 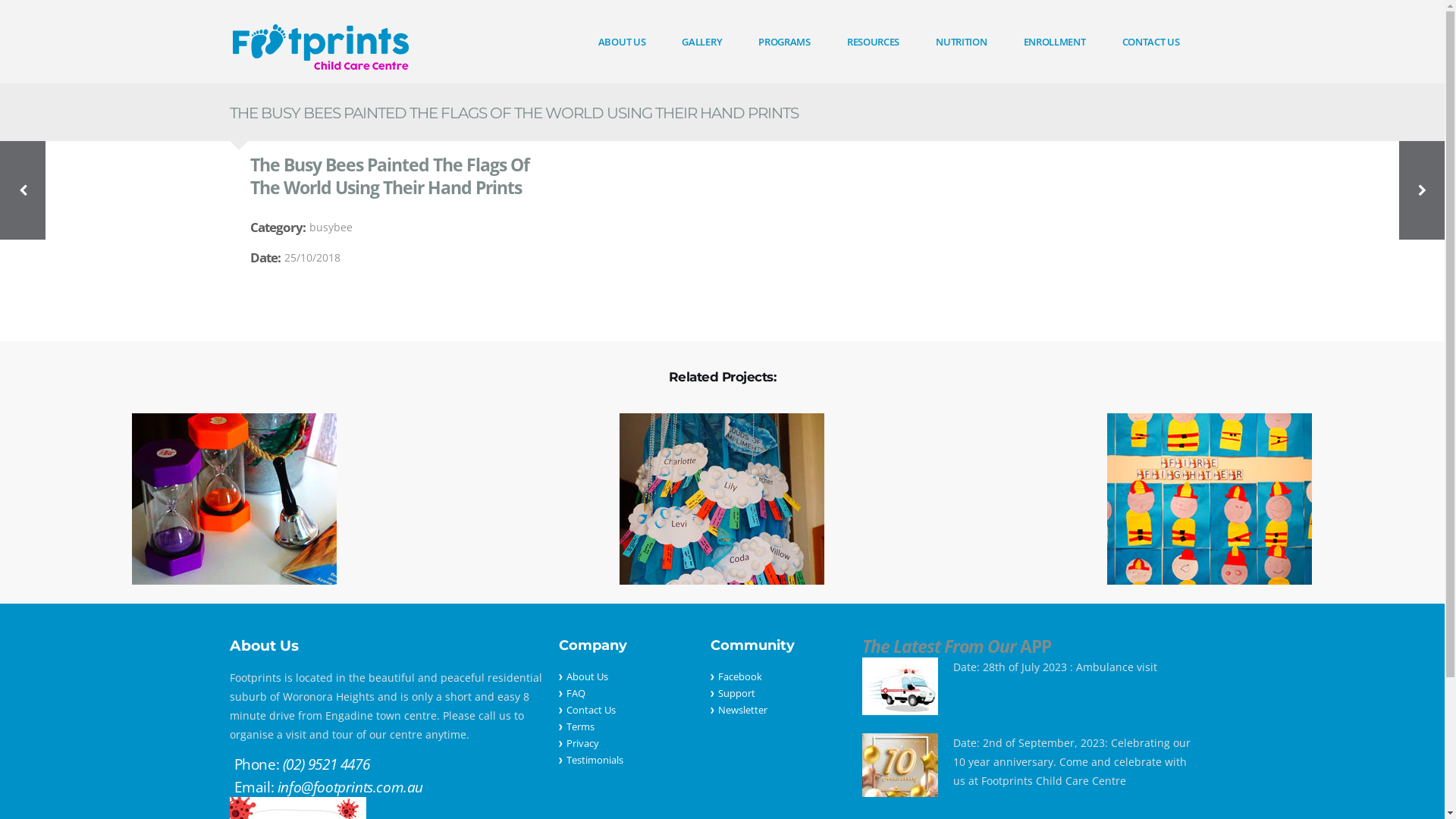 What do you see at coordinates (873, 40) in the screenshot?
I see `'RESOURCES'` at bounding box center [873, 40].